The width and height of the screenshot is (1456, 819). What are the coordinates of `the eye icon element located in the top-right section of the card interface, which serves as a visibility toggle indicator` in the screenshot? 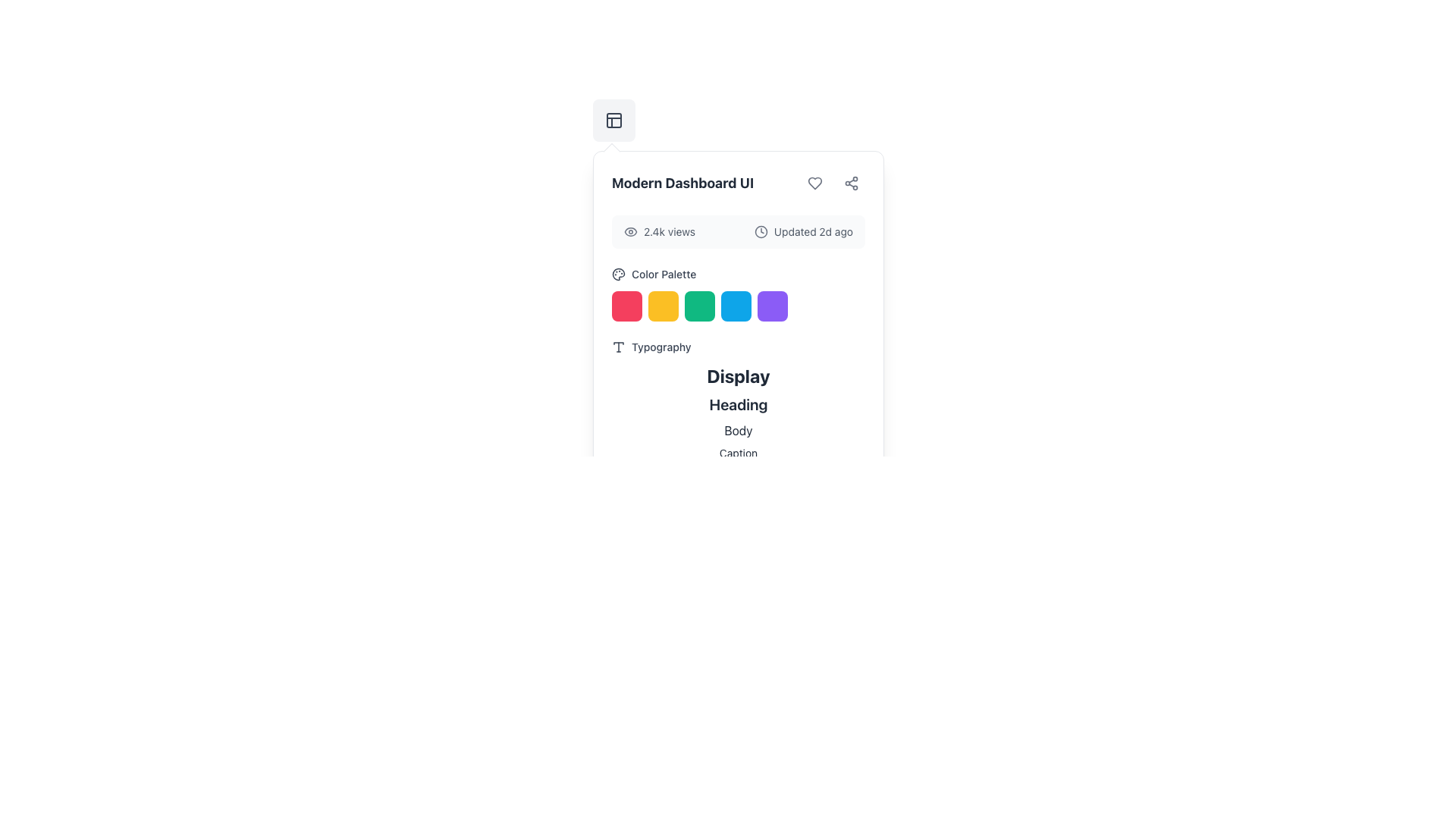 It's located at (630, 231).